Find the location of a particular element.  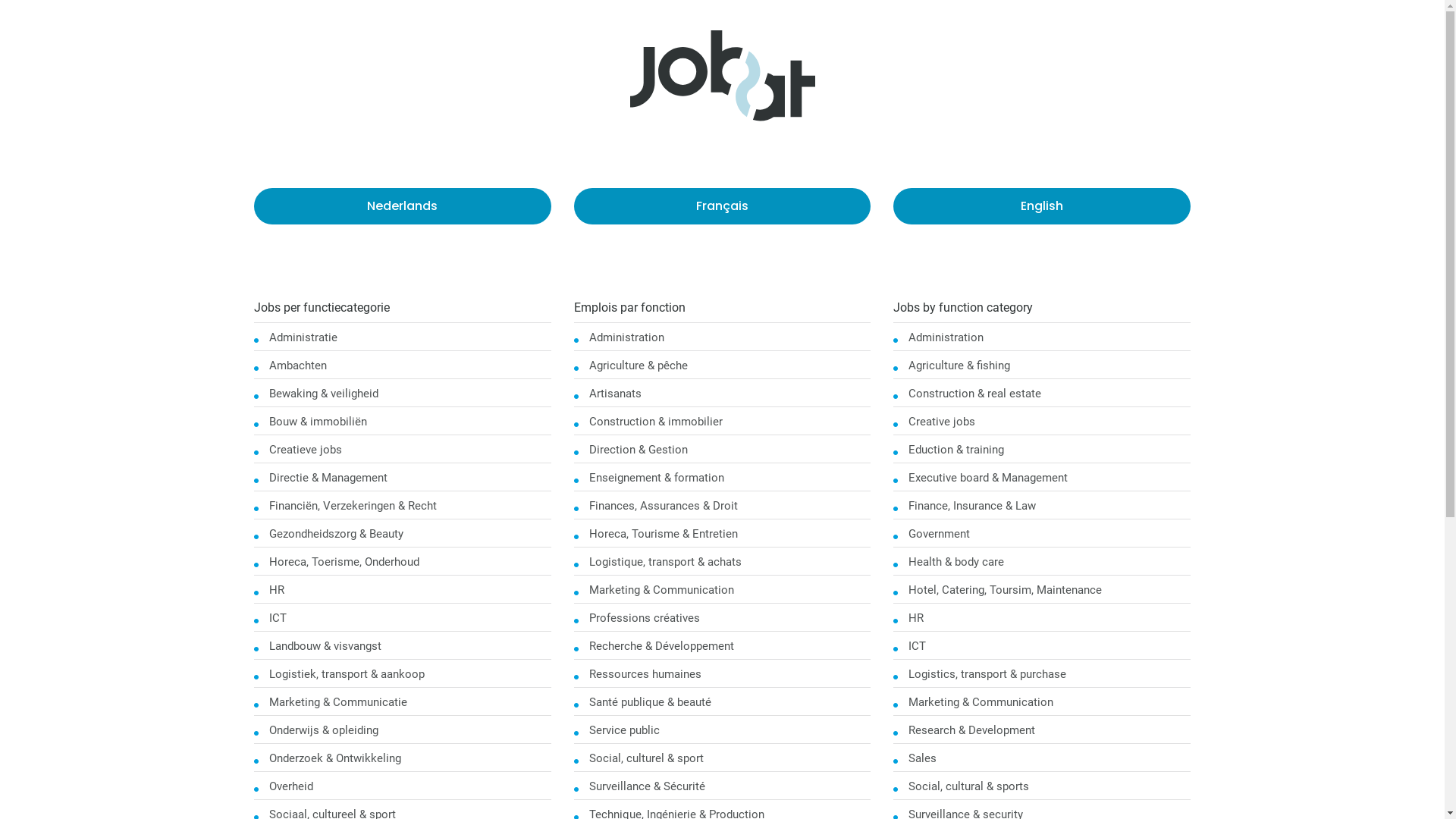

'Social, cultural & sports' is located at coordinates (968, 786).